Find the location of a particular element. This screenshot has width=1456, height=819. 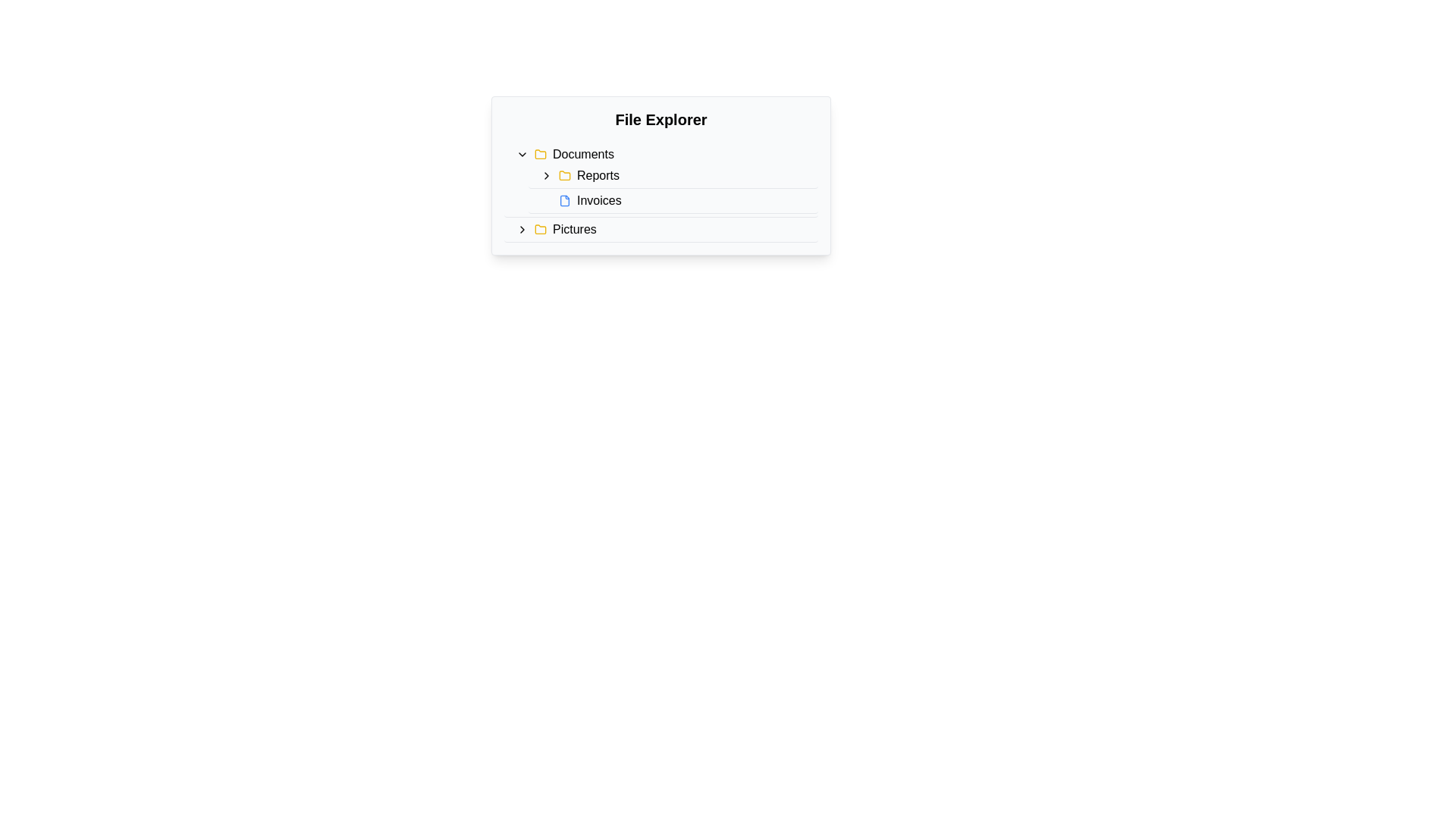

the folder icon located next to the 'Documents' label in the file explorer interface is located at coordinates (541, 154).